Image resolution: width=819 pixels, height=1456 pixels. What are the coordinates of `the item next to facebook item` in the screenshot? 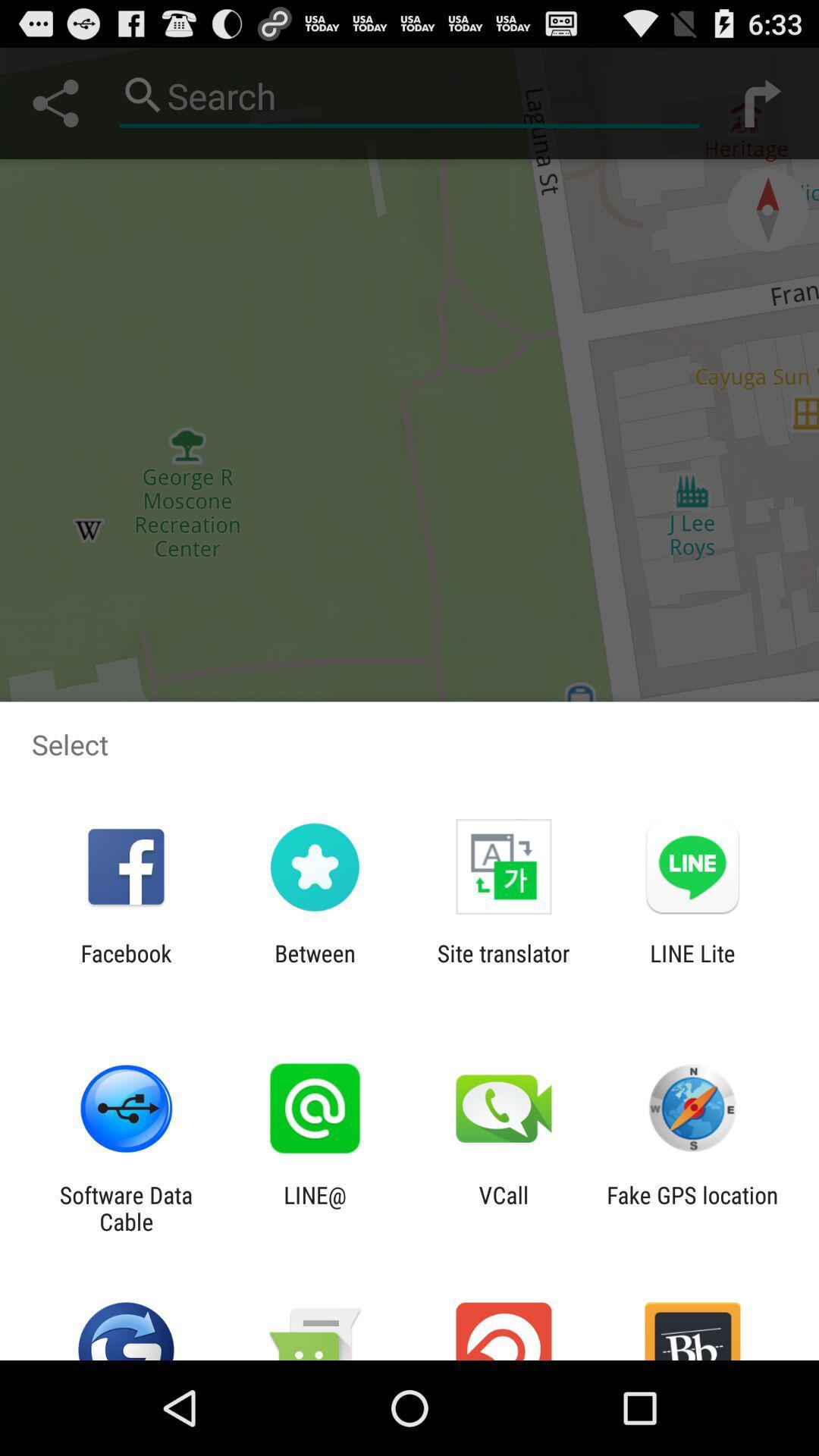 It's located at (314, 966).